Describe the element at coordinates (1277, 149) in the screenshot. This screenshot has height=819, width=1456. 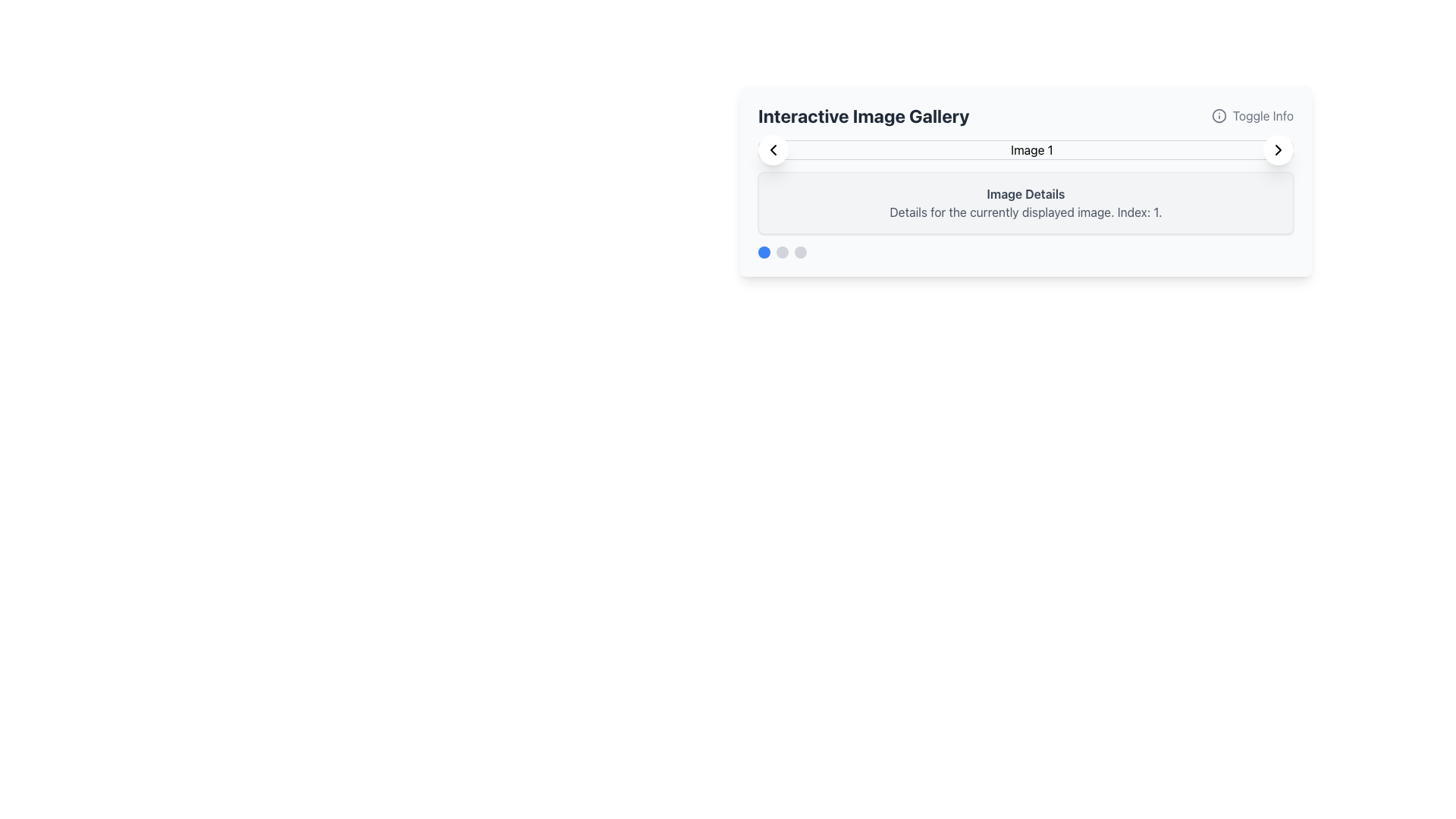
I see `the chevron arrow icon located at the far-right of the 'Interactive Image Gallery' panel` at that location.